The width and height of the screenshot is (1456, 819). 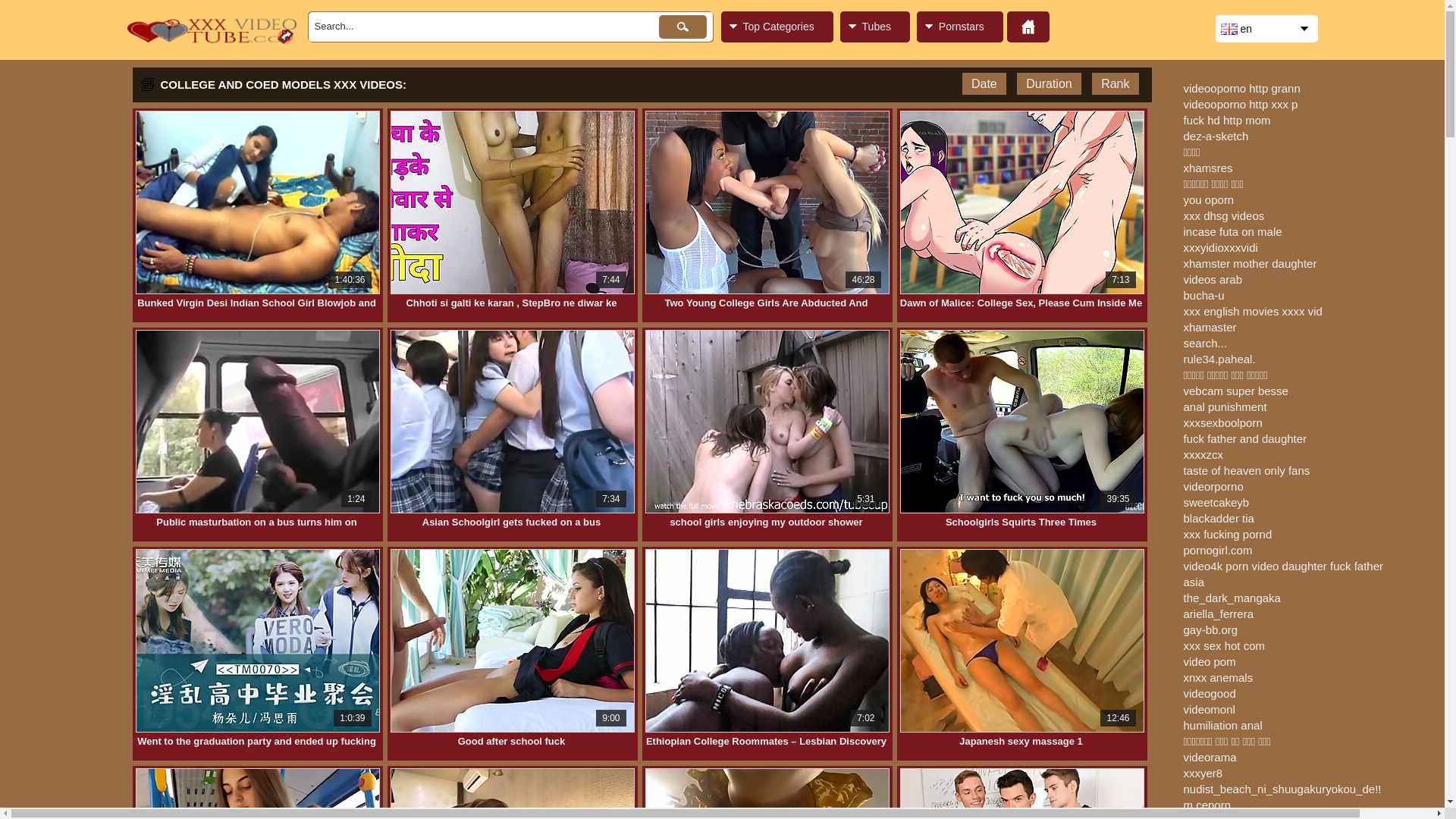 I want to click on 'vebcam super besse', so click(x=1235, y=390).